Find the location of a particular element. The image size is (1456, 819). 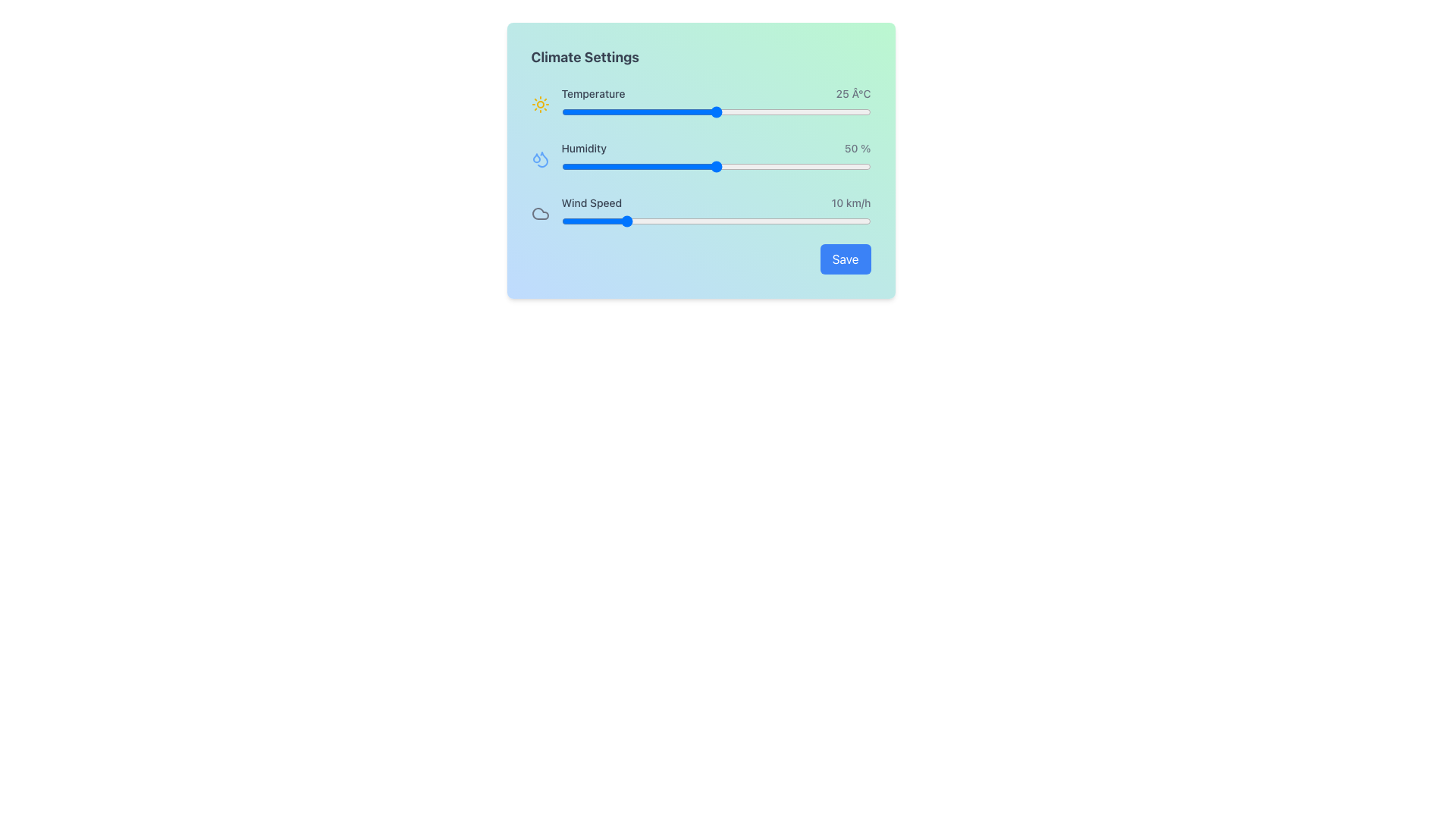

wind speed is located at coordinates (795, 221).